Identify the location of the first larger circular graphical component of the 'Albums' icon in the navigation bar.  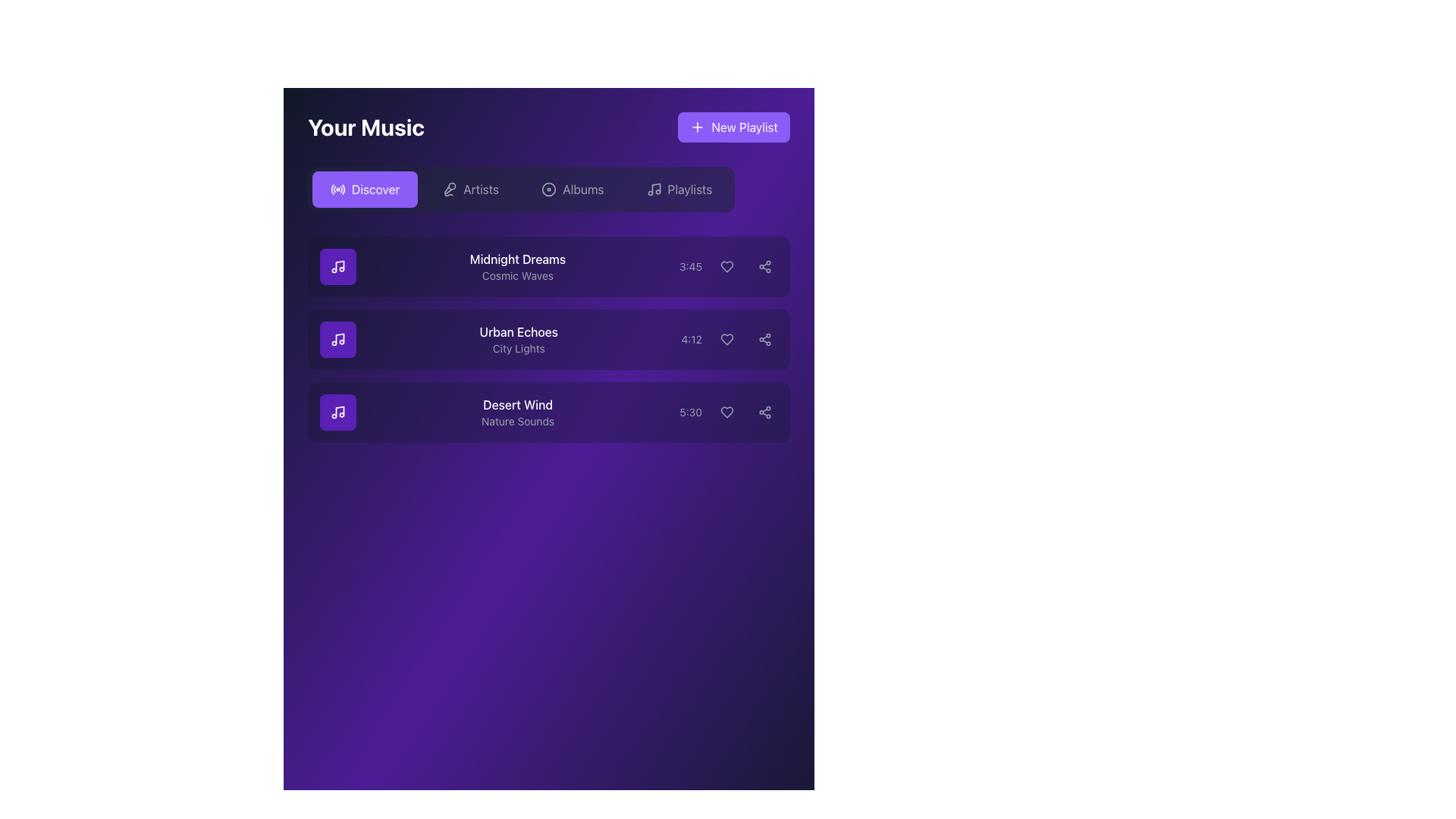
(548, 189).